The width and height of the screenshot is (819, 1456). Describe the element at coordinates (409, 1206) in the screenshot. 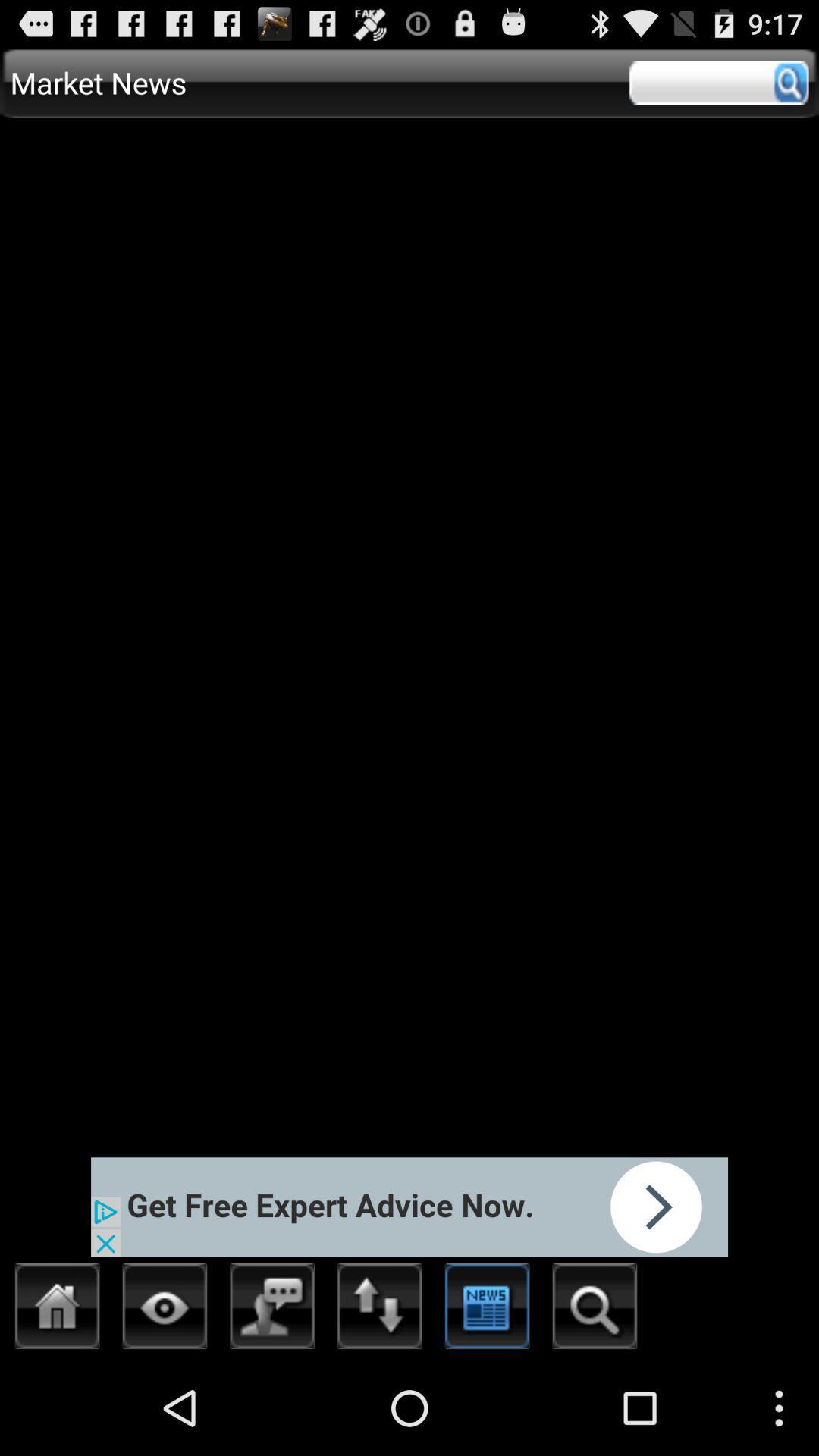

I see `open advertisement` at that location.